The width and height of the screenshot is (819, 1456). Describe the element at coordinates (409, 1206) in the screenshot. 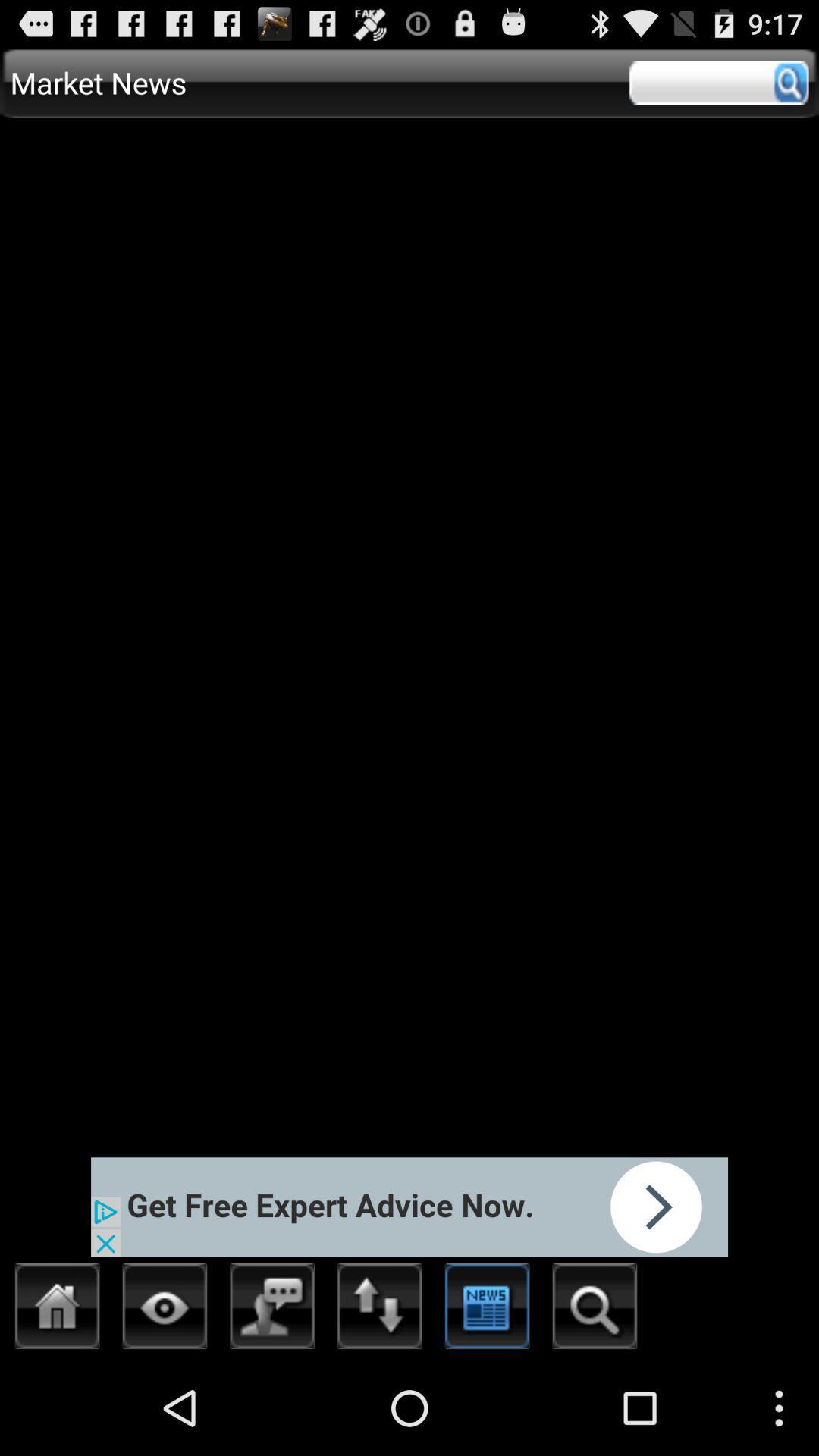

I see `open advertisement` at that location.